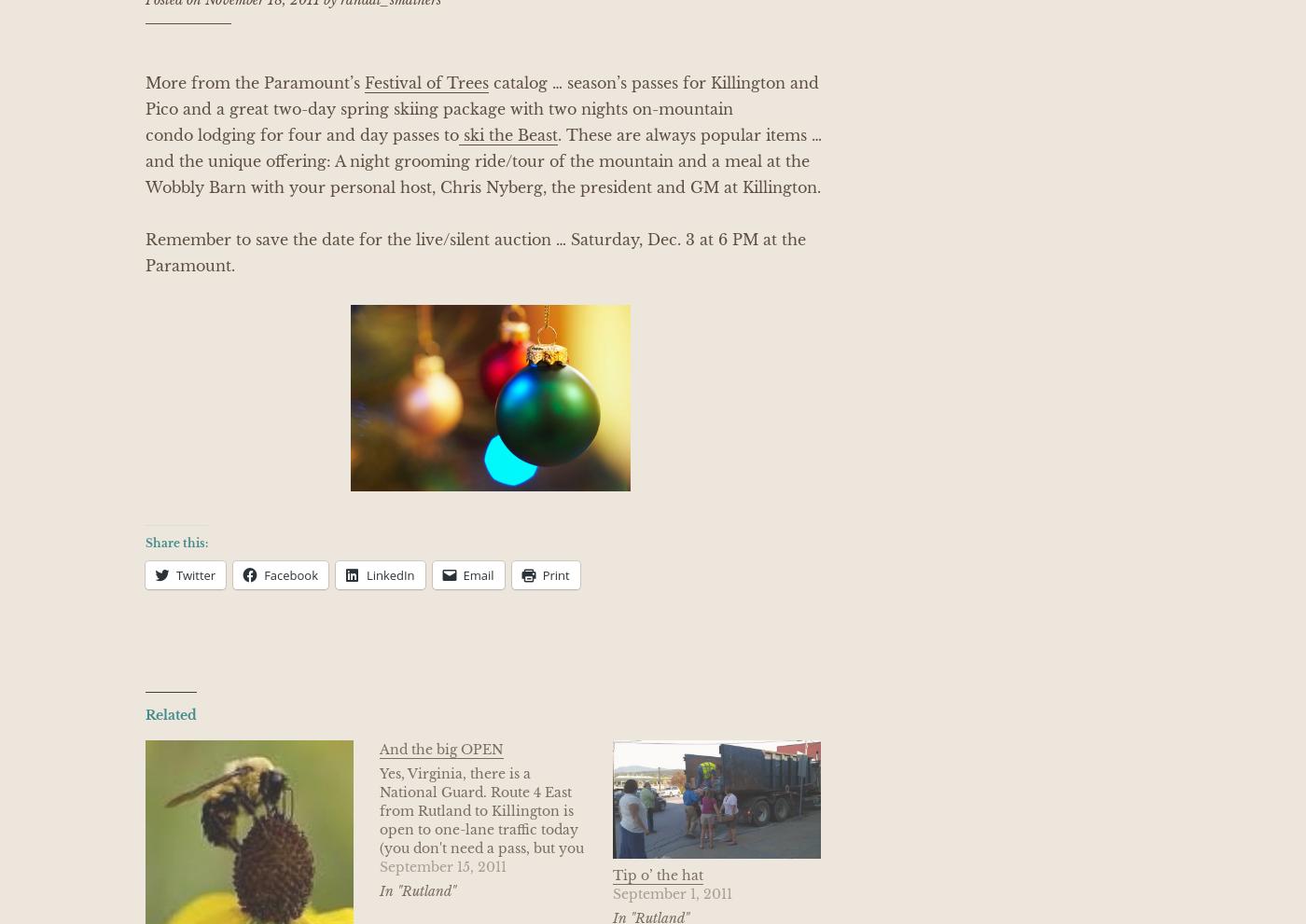 This screenshot has height=924, width=1306. What do you see at coordinates (196, 574) in the screenshot?
I see `'Twitter'` at bounding box center [196, 574].